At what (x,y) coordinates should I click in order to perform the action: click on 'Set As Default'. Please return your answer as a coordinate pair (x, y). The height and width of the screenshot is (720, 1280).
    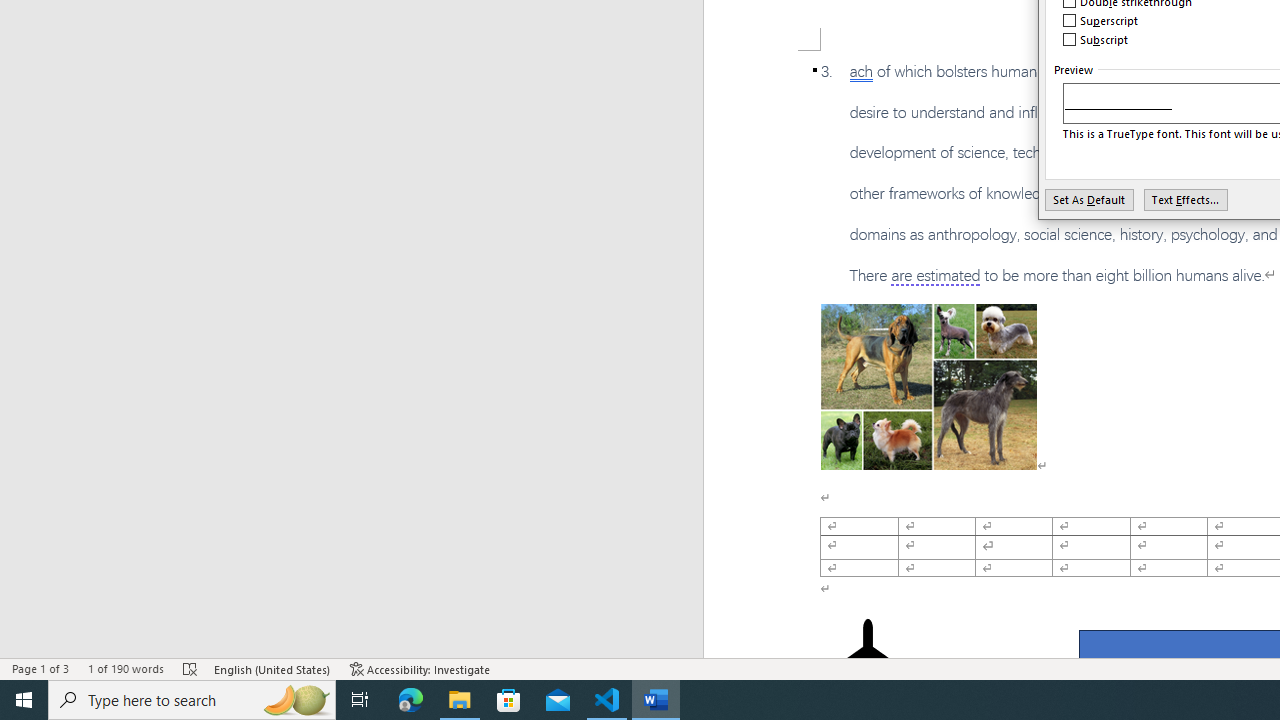
    Looking at the image, I should click on (1088, 199).